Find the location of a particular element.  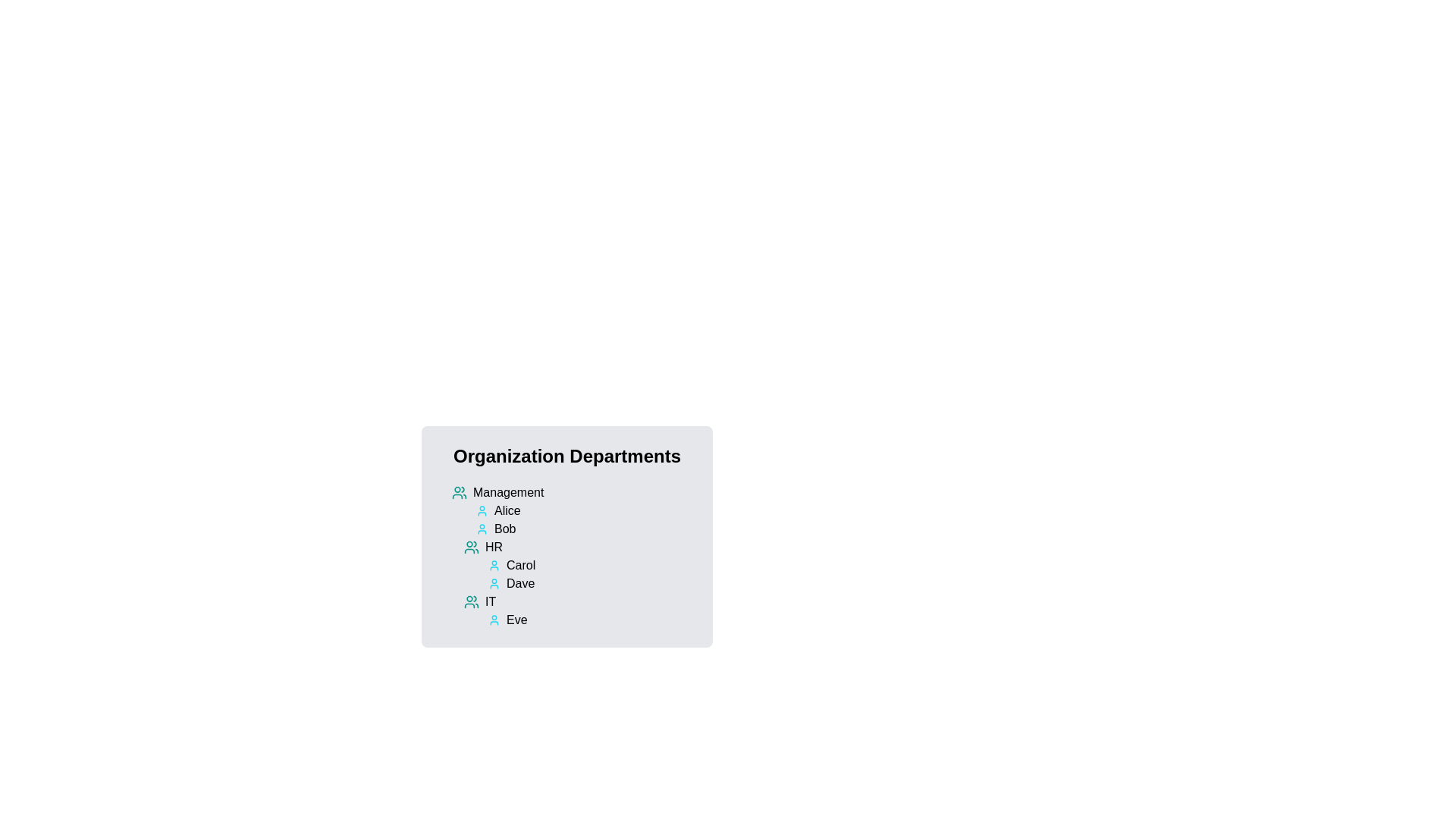

the 'Management' label with the teal icon representing a group of individuals is located at coordinates (572, 493).